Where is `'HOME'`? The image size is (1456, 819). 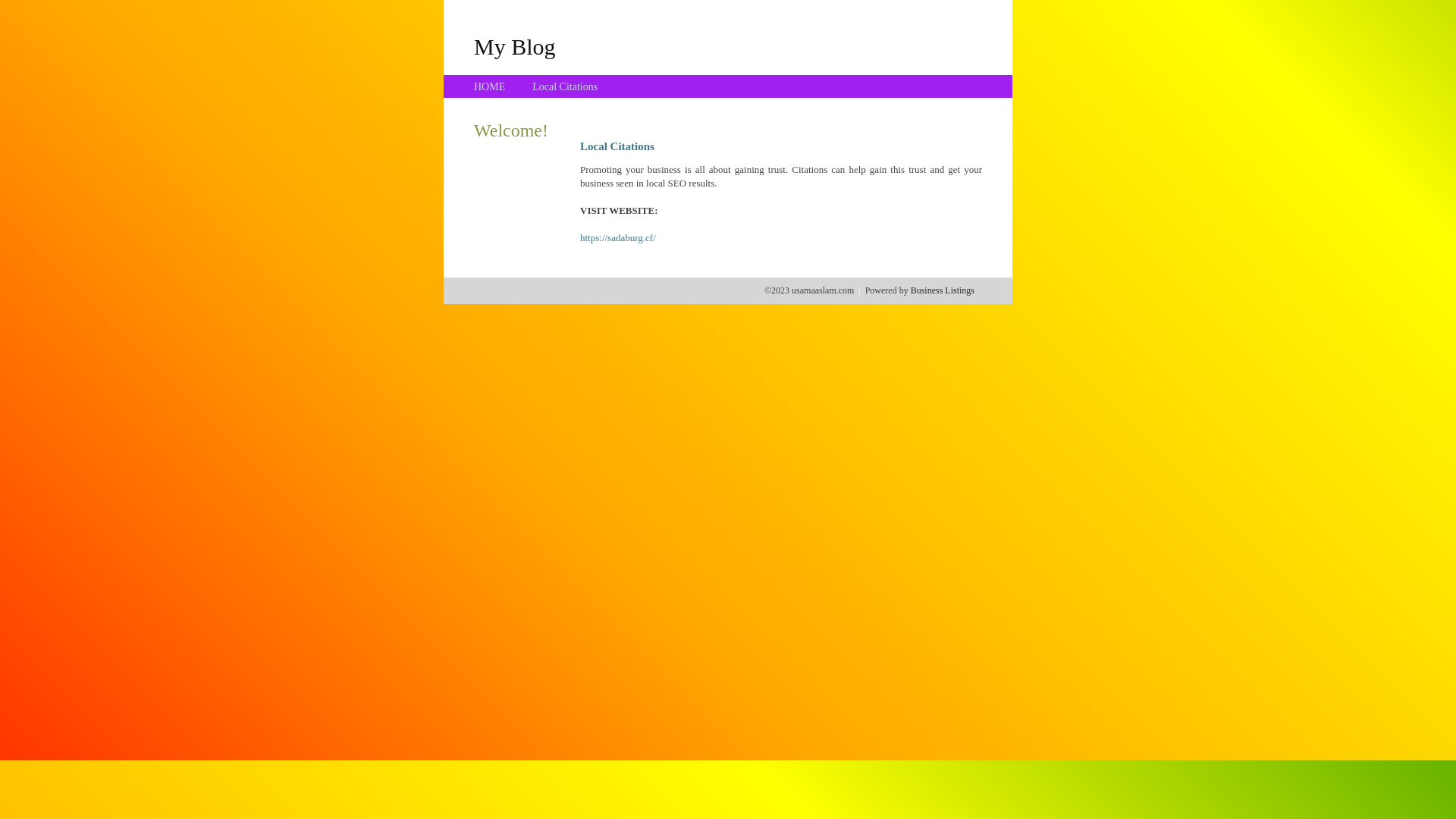 'HOME' is located at coordinates (489, 86).